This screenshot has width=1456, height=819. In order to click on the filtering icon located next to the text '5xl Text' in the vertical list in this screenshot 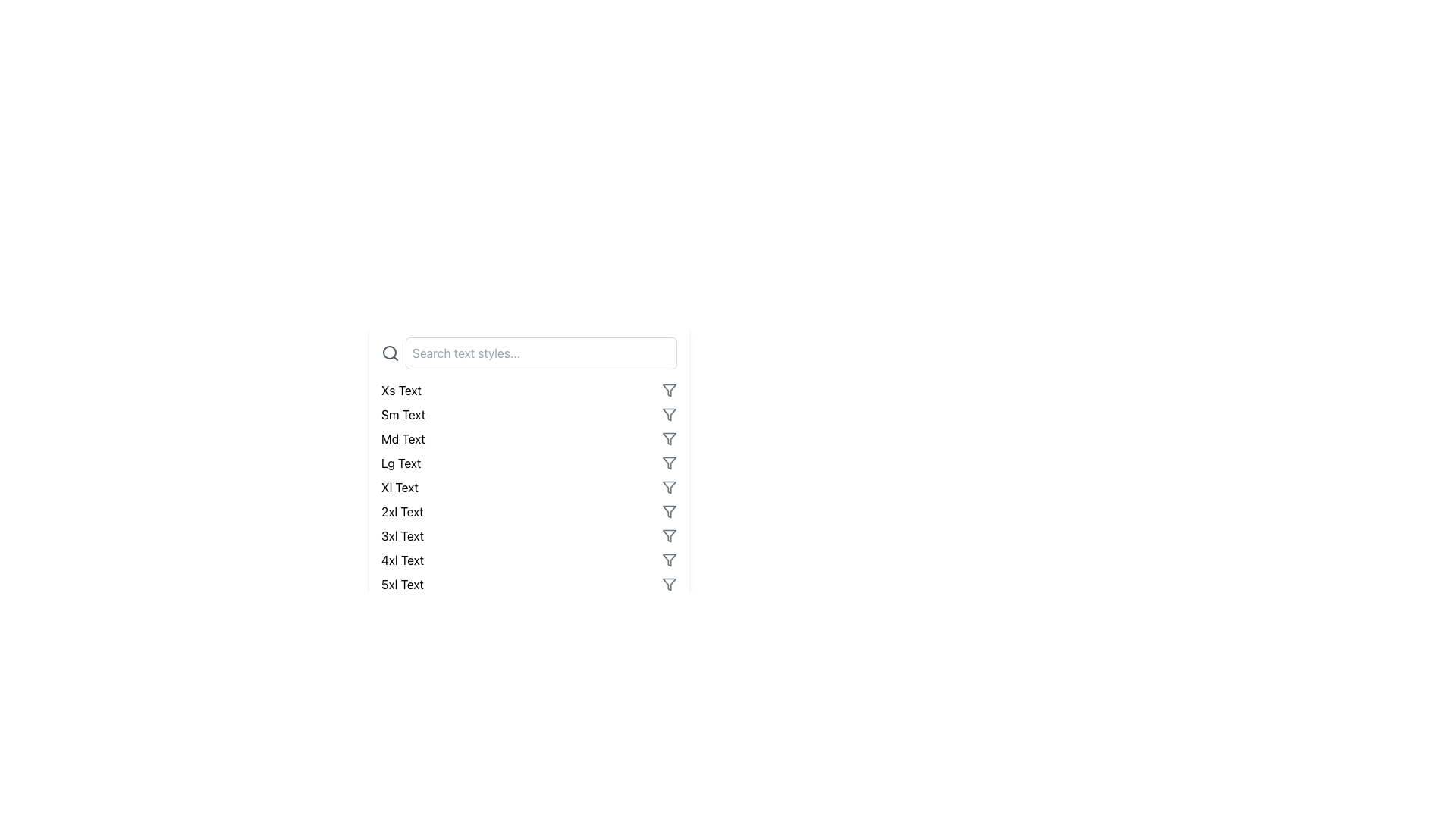, I will do `click(669, 584)`.